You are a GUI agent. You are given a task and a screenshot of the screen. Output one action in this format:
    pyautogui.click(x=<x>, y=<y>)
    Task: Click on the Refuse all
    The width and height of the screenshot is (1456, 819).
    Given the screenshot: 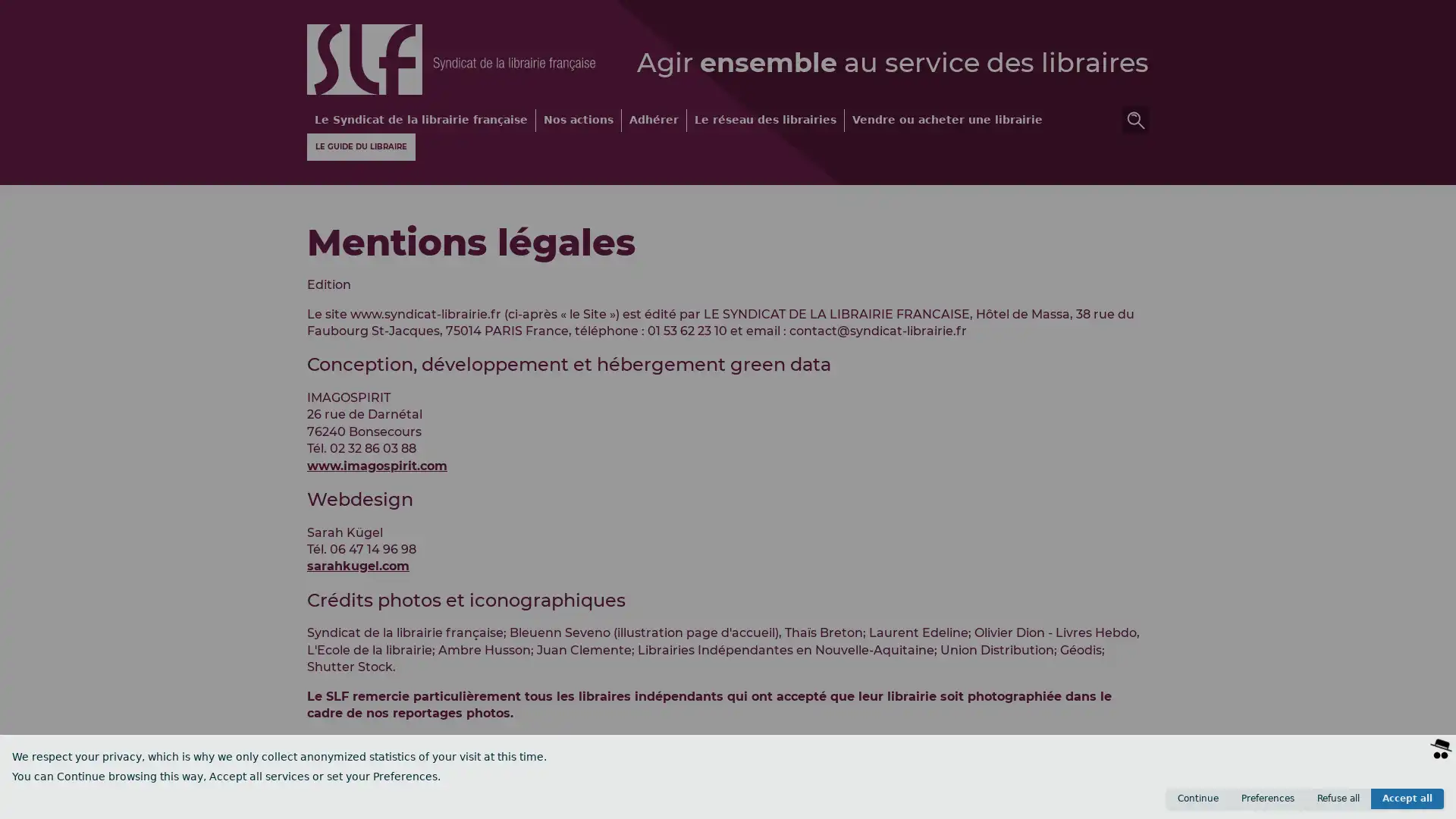 What is the action you would take?
    pyautogui.click(x=1338, y=798)
    